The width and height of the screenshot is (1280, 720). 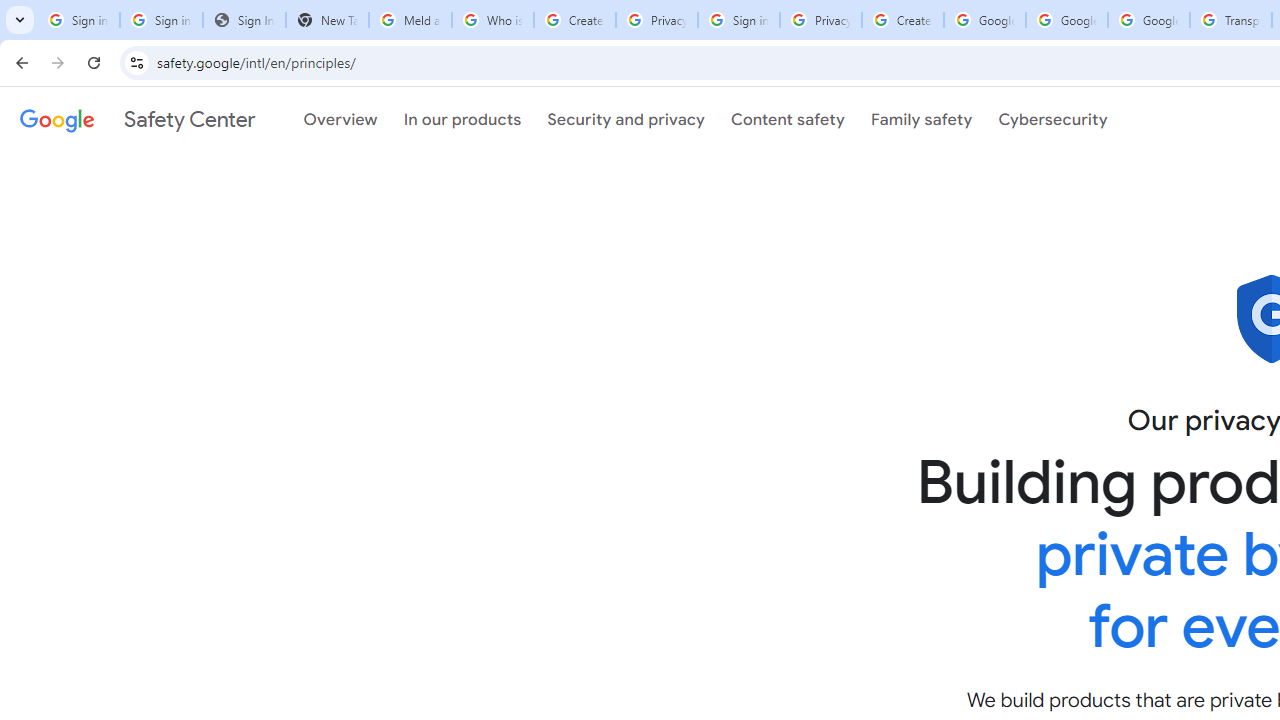 I want to click on 'Safety Center', so click(x=136, y=119).